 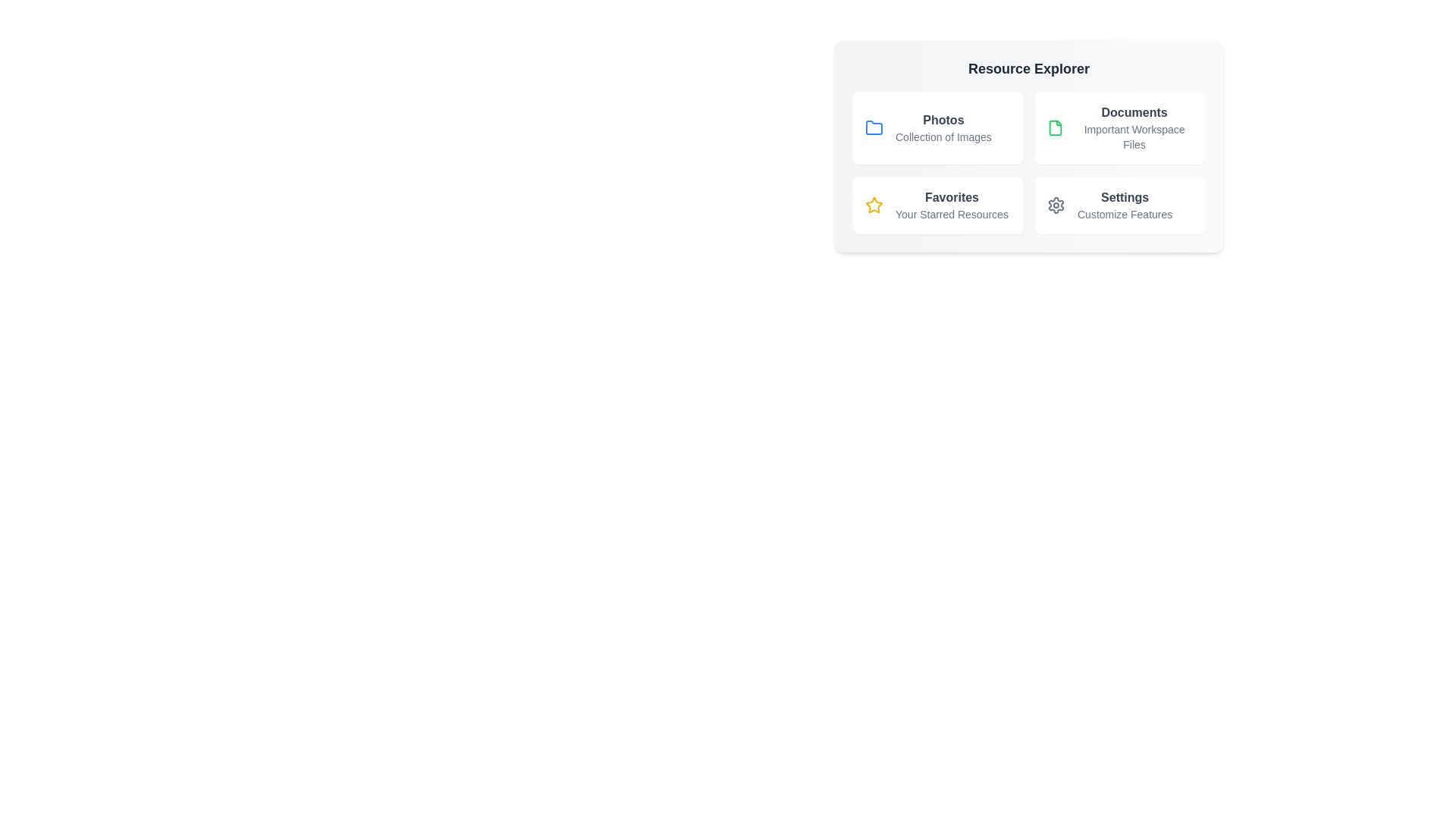 What do you see at coordinates (1120, 205) in the screenshot?
I see `the resource item Settings to explore its details` at bounding box center [1120, 205].